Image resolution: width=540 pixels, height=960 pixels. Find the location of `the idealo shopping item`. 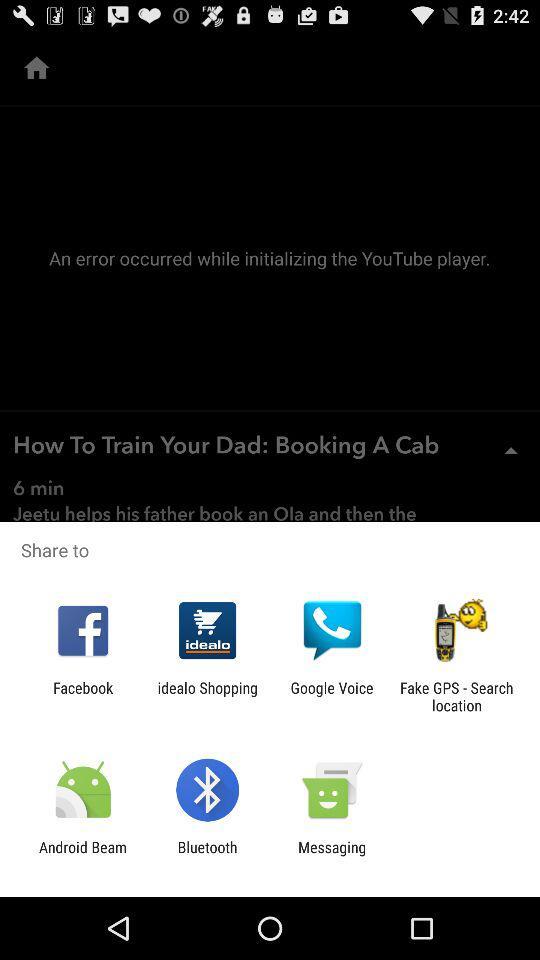

the idealo shopping item is located at coordinates (206, 696).